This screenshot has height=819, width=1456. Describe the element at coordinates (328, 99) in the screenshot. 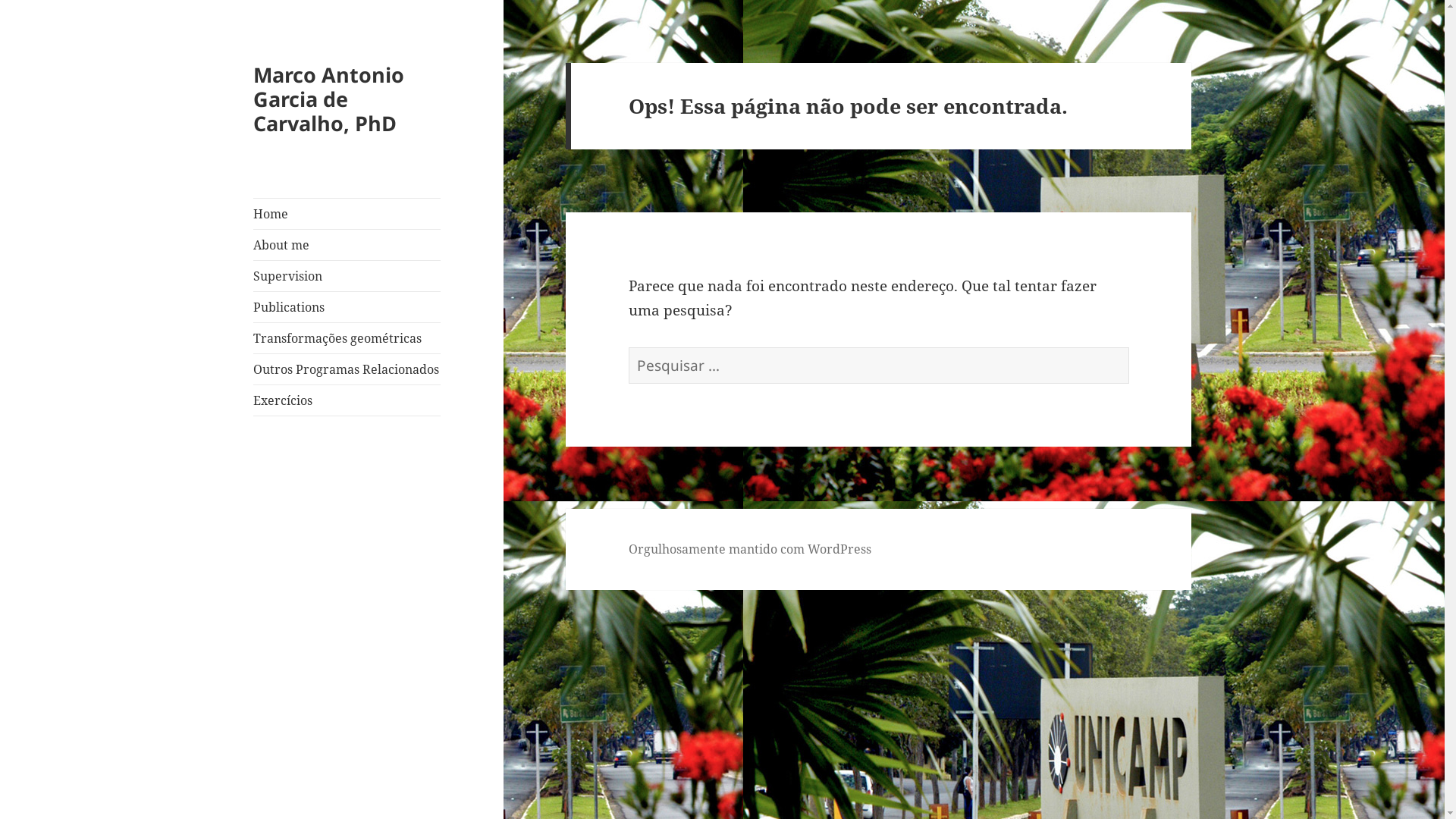

I see `'Marco Antonio Garcia de Carvalho, PhD'` at that location.